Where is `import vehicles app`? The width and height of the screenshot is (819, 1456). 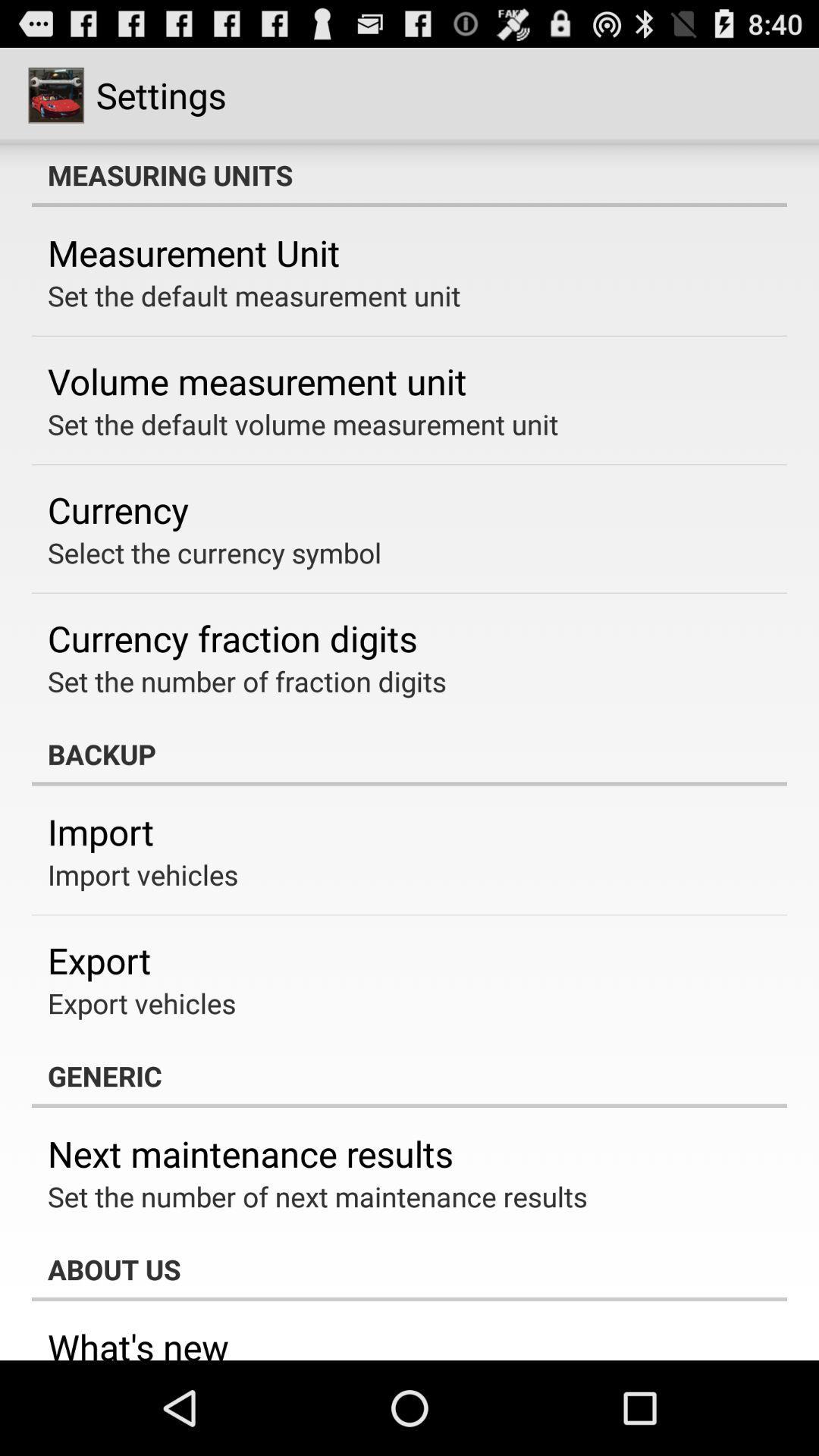
import vehicles app is located at coordinates (143, 874).